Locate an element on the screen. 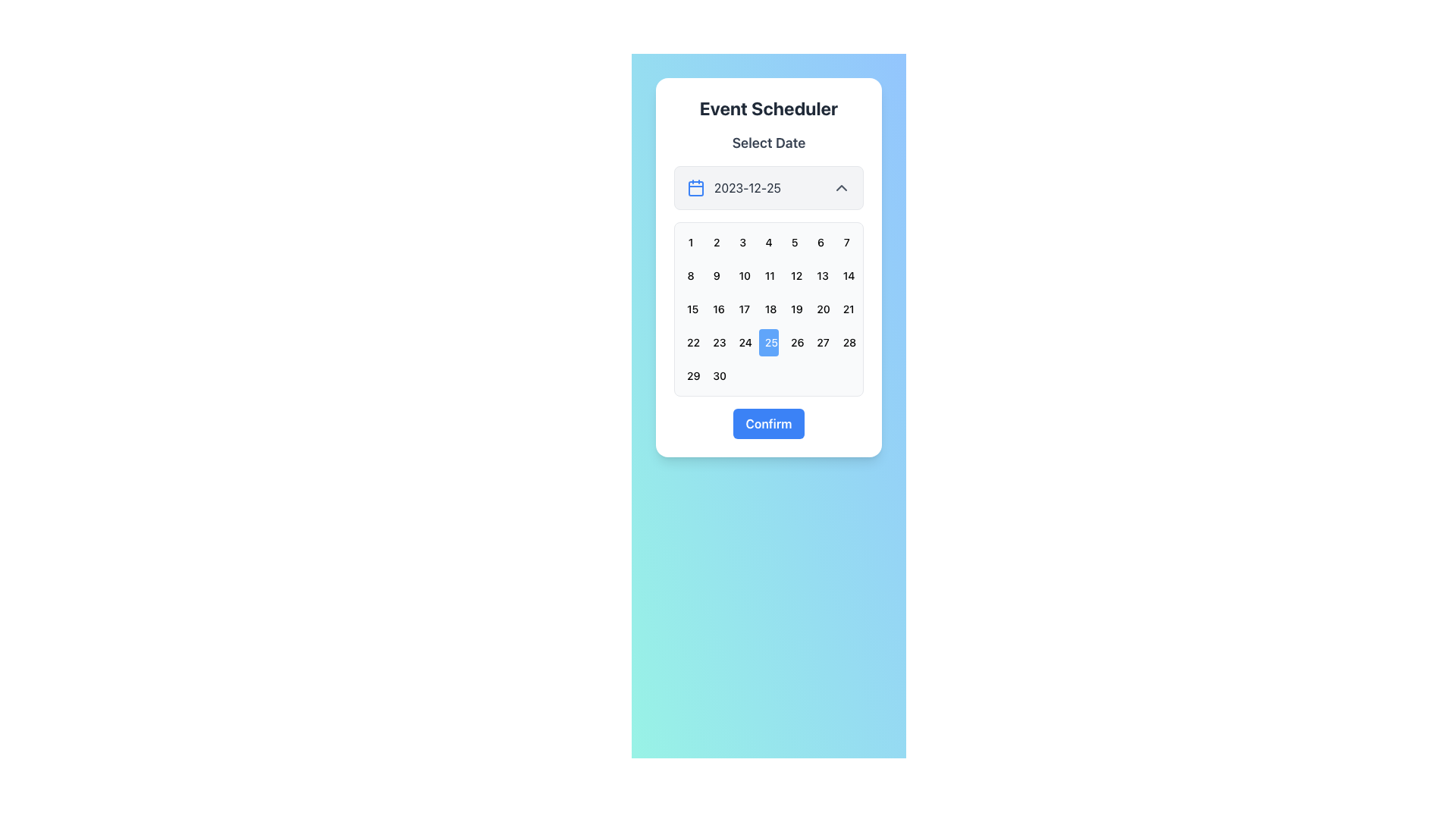 The height and width of the screenshot is (819, 1456). the button labeled '8' which is located in the second row and first column of the calendar grid is located at coordinates (690, 275).